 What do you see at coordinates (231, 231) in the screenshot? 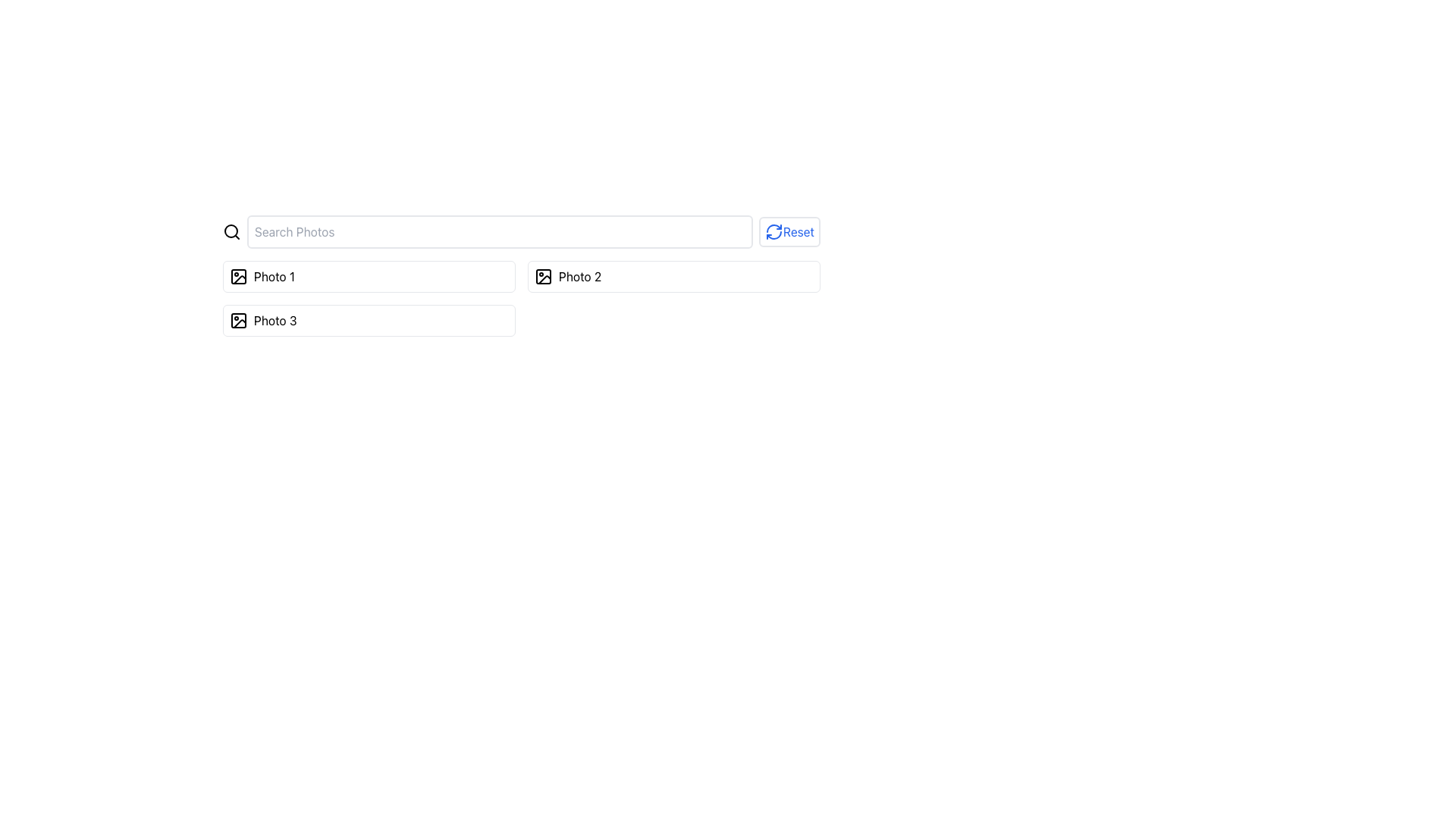
I see `the circular part of the magnifying glass icon that symbolizes the search functionality, located to the left of the 'Search Photos' input box` at bounding box center [231, 231].